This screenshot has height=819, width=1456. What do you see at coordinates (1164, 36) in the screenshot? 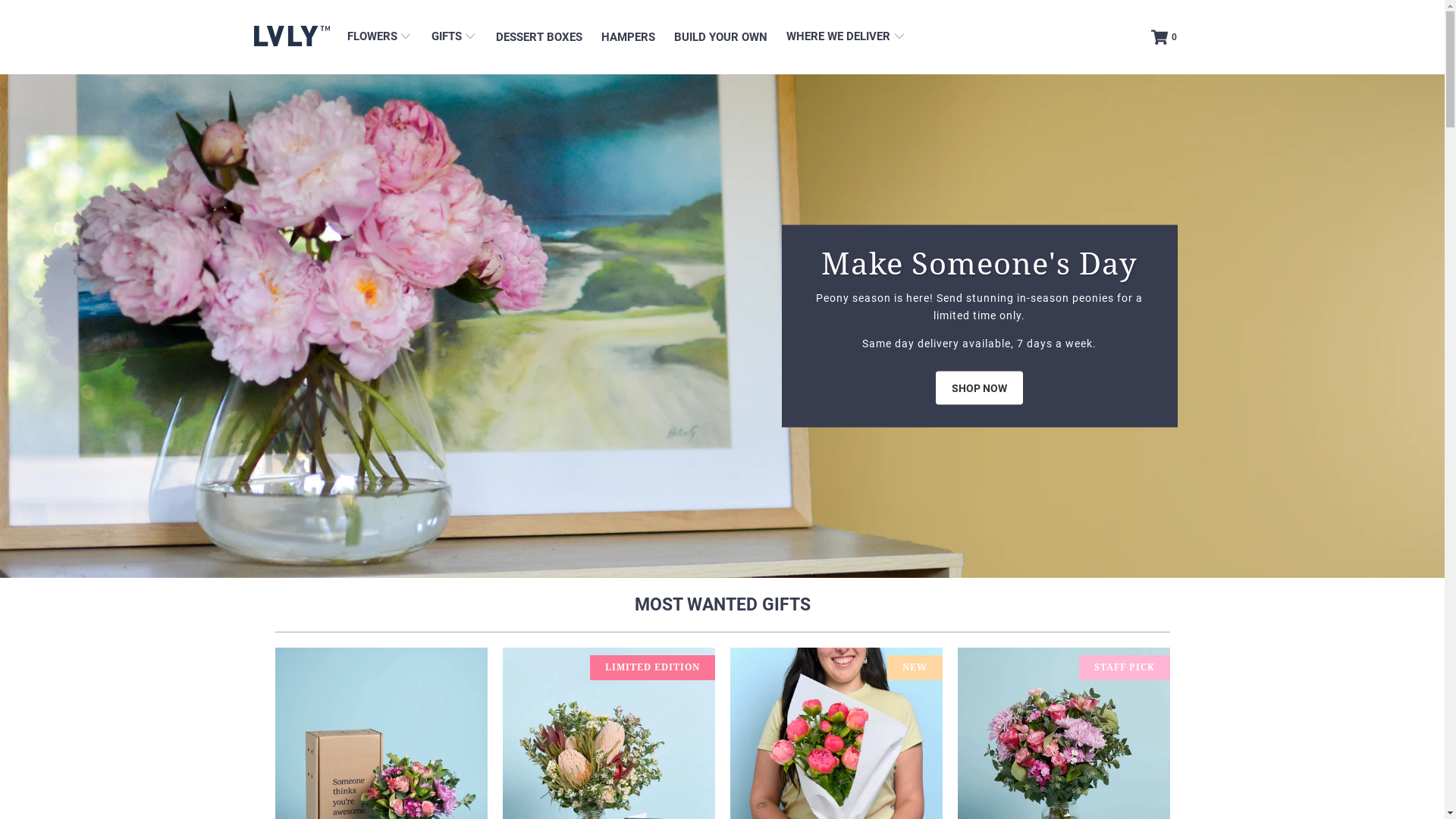
I see `'0'` at bounding box center [1164, 36].